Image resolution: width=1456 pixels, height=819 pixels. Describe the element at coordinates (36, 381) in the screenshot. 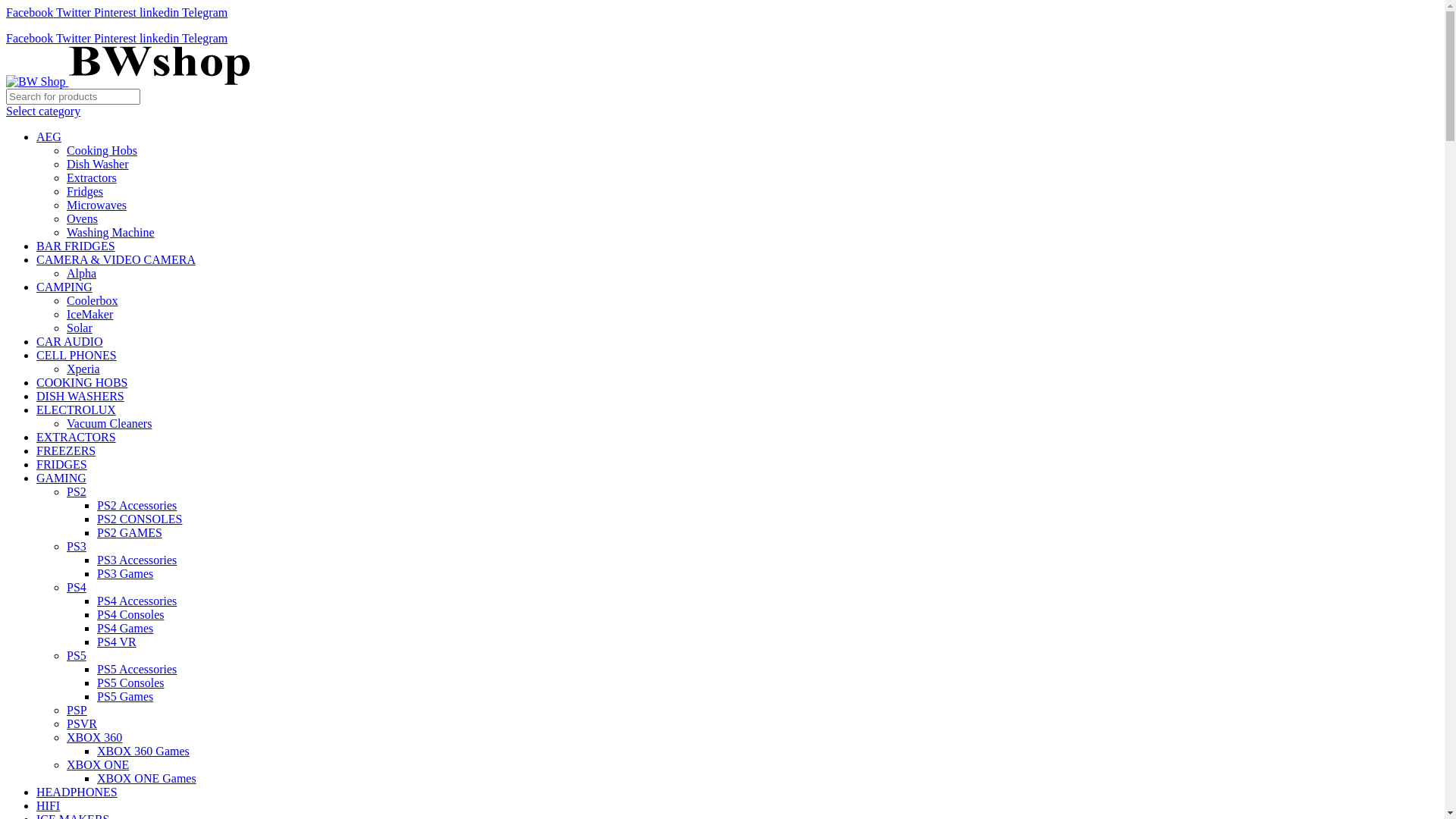

I see `'COOKING HOBS'` at that location.